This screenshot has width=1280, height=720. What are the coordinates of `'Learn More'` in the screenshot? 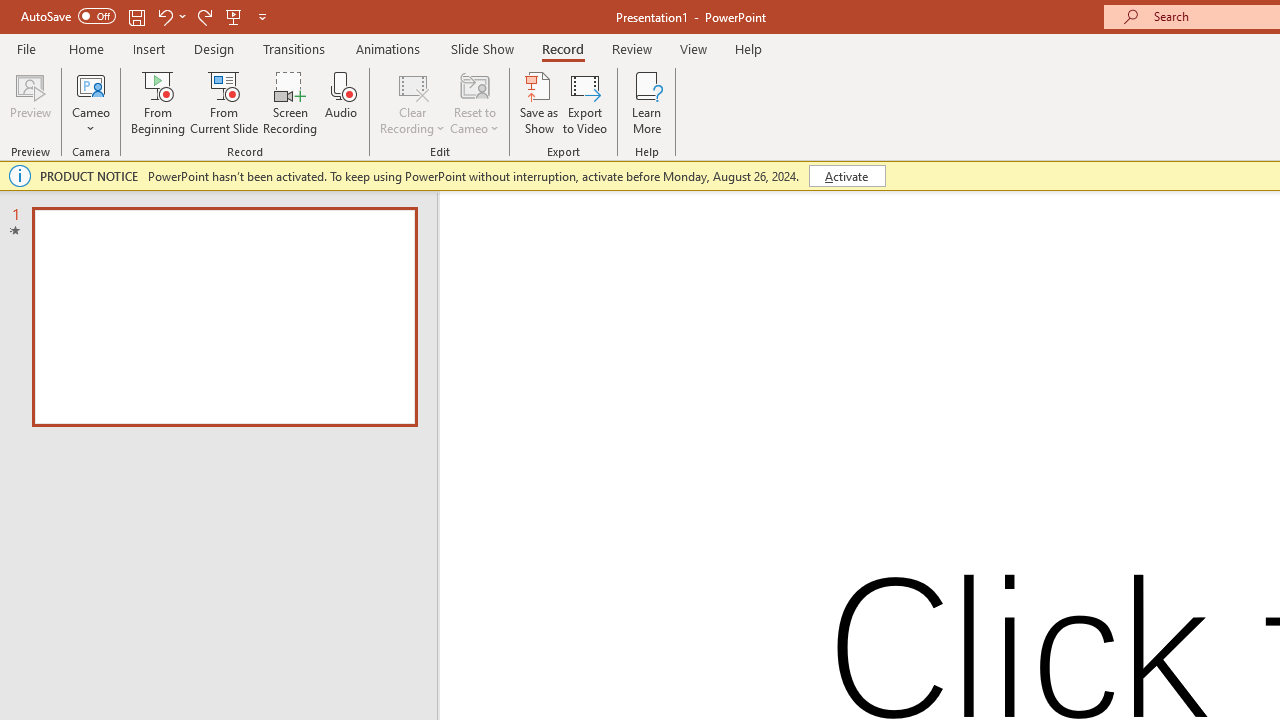 It's located at (647, 103).